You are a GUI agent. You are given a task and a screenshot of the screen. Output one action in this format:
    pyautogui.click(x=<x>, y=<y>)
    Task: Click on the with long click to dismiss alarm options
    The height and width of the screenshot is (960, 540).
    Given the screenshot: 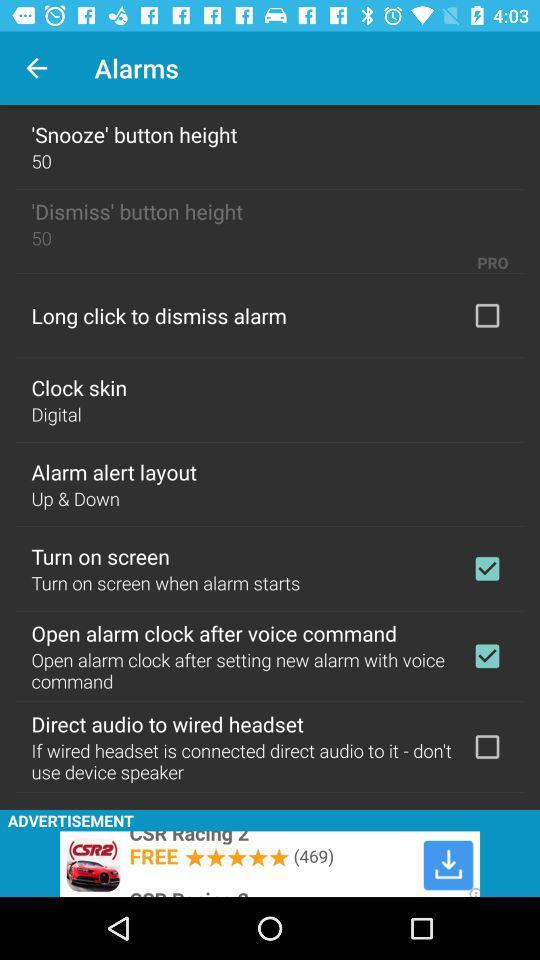 What is the action you would take?
    pyautogui.click(x=486, y=315)
    